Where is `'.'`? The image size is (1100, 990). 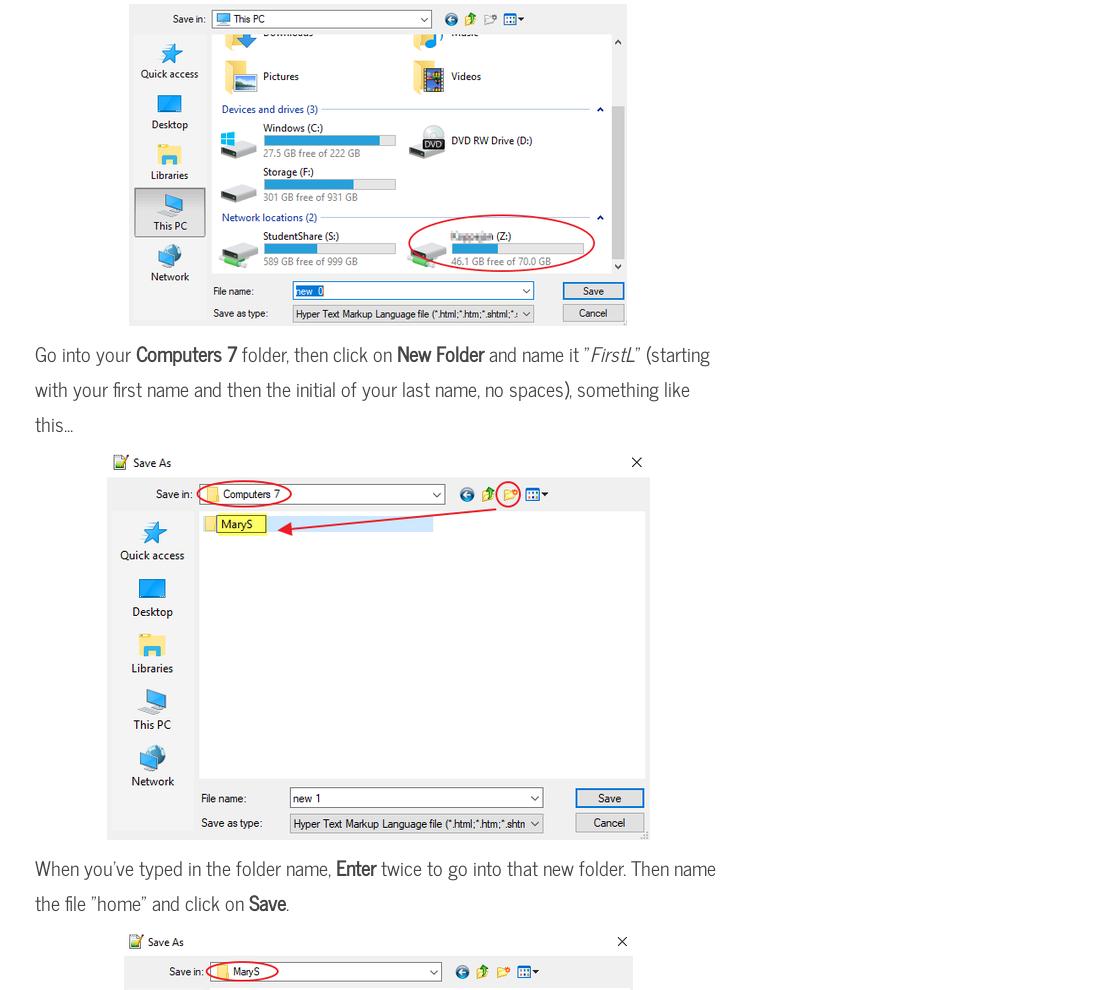 '.' is located at coordinates (286, 901).